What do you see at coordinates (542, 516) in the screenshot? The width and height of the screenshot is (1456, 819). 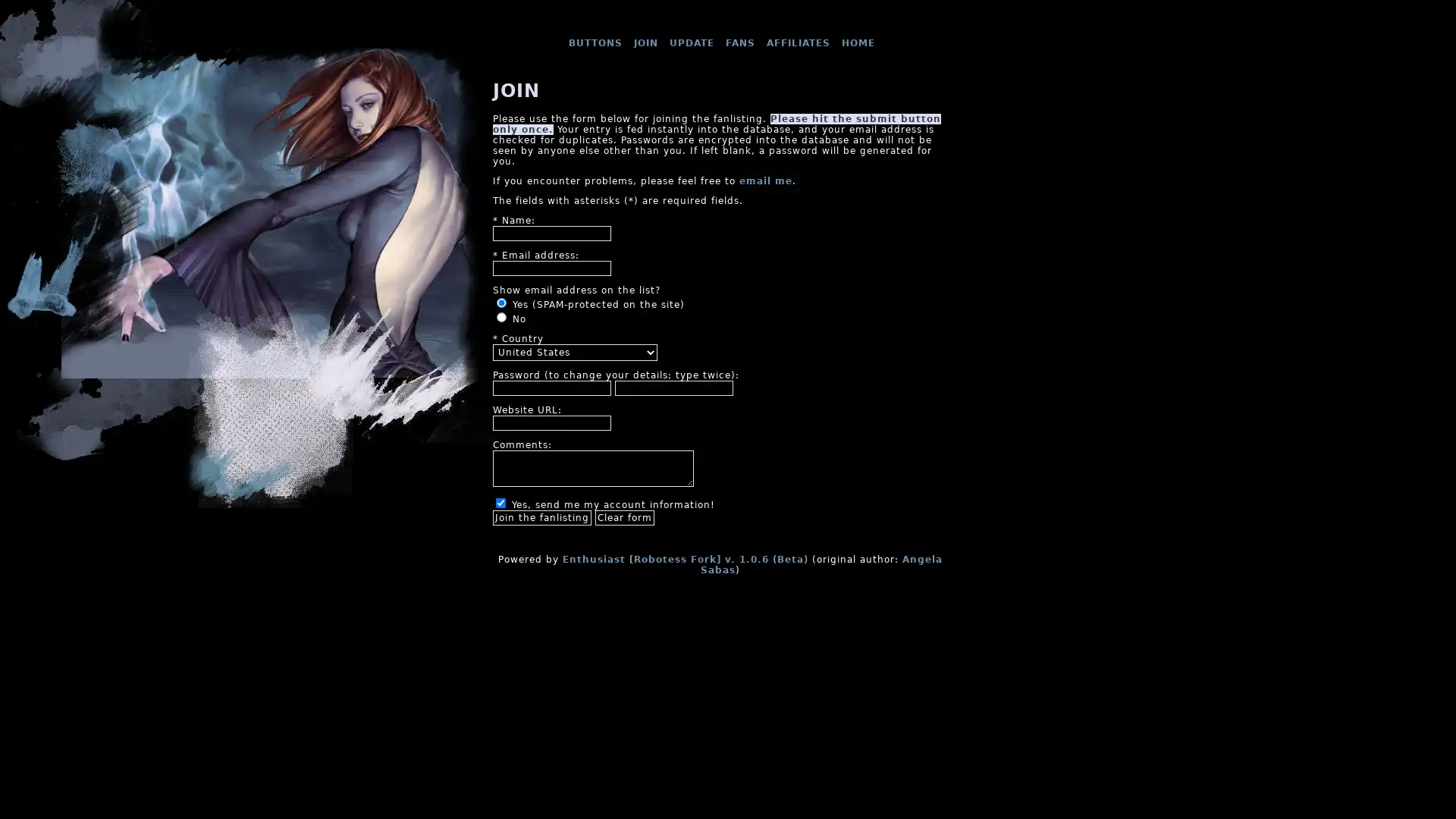 I see `Join the fanlisting` at bounding box center [542, 516].